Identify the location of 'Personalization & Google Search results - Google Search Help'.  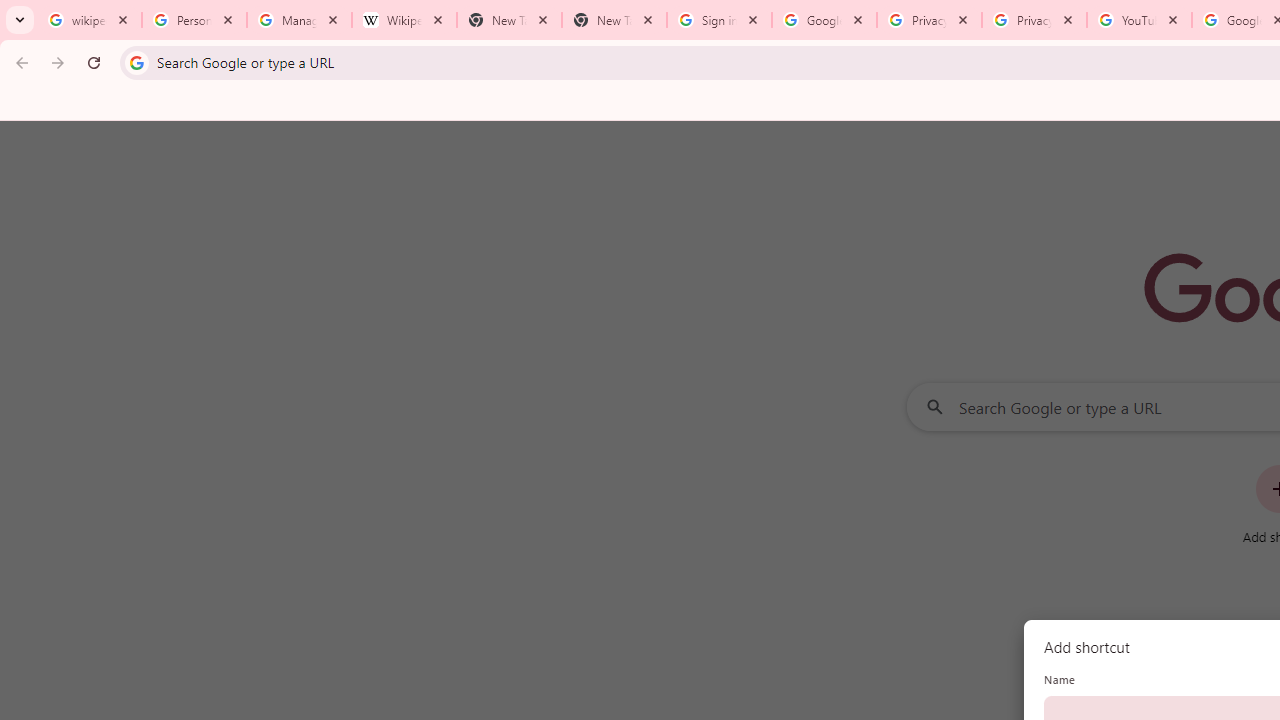
(194, 20).